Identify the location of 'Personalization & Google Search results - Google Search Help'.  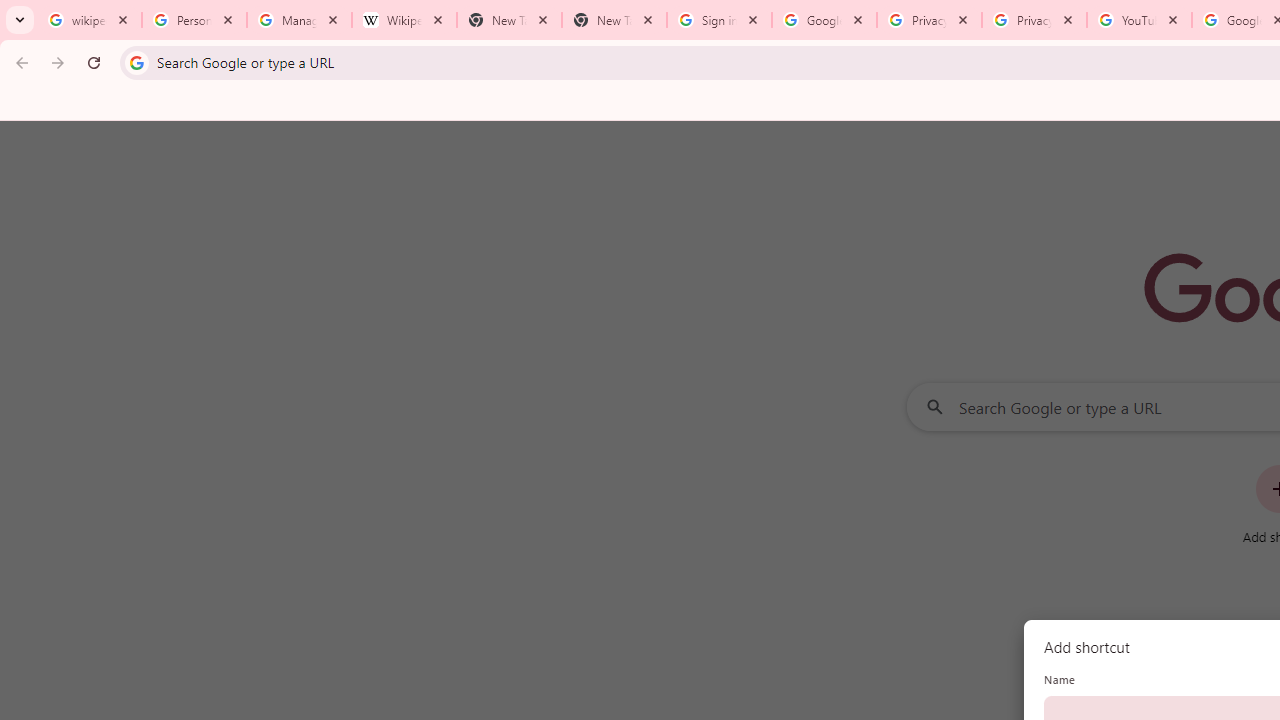
(194, 20).